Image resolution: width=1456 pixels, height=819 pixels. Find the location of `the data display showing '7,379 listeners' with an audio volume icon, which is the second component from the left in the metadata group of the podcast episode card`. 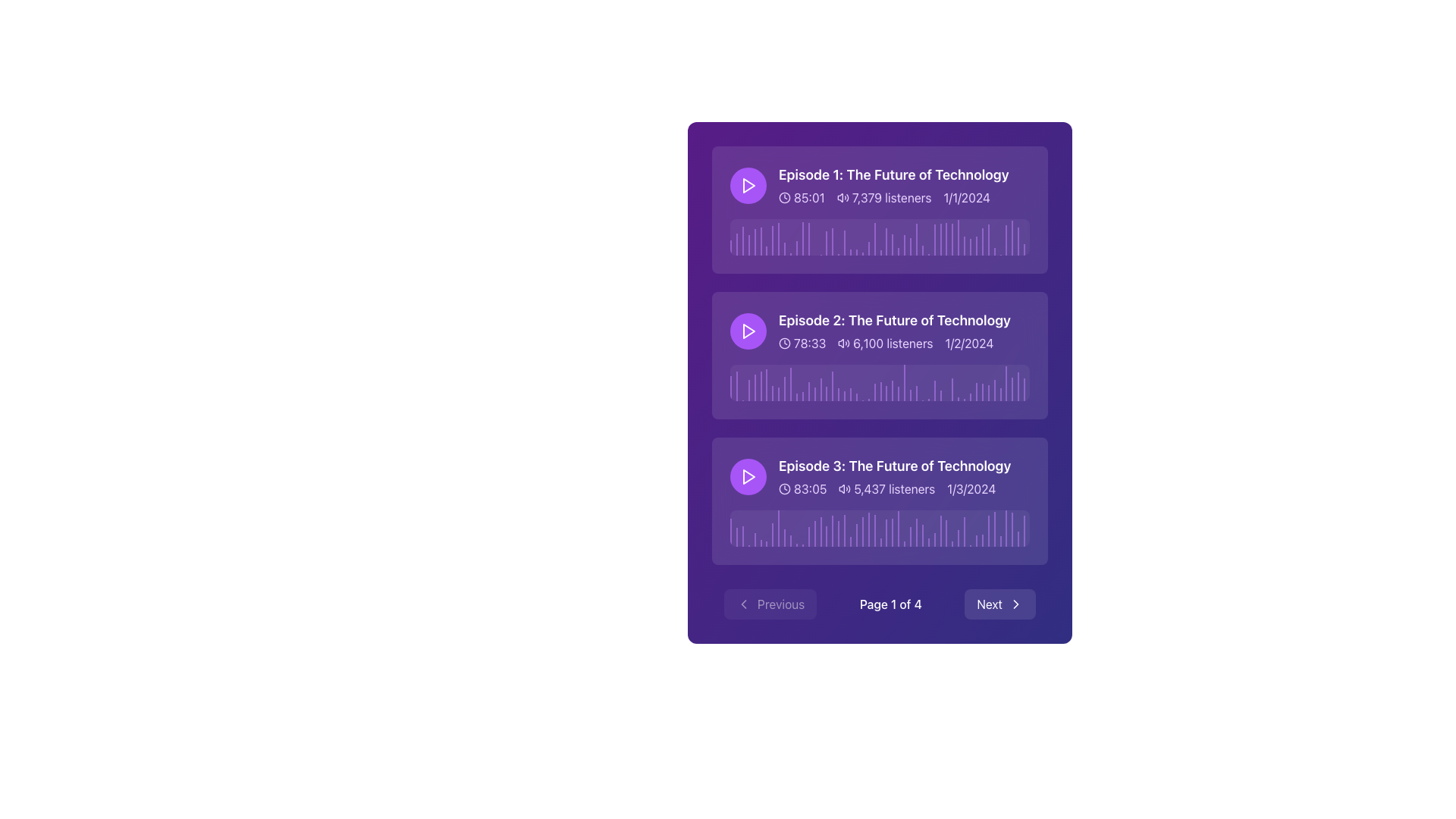

the data display showing '7,379 listeners' with an audio volume icon, which is the second component from the left in the metadata group of the podcast episode card is located at coordinates (884, 197).